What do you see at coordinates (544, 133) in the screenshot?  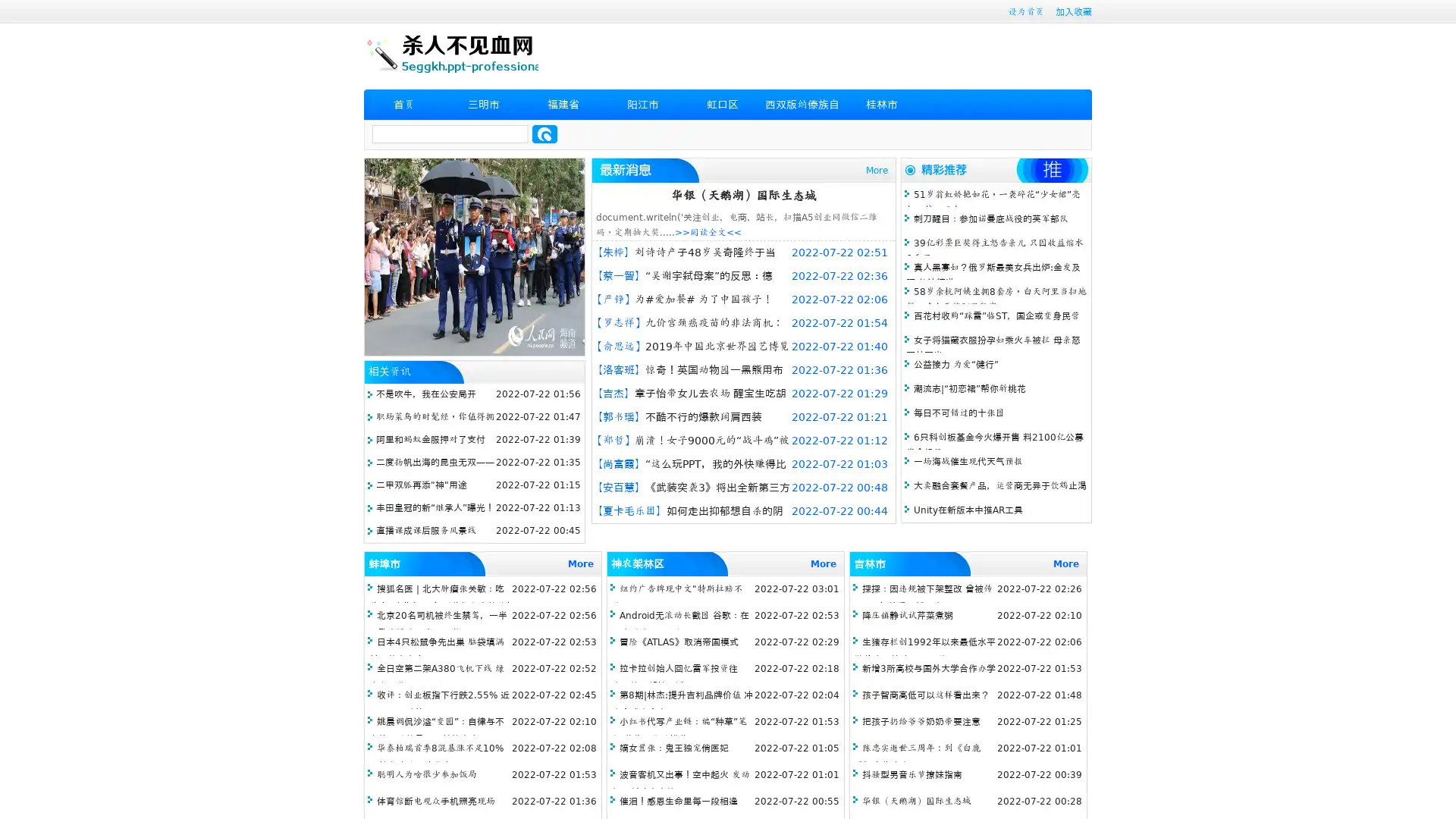 I see `Search` at bounding box center [544, 133].